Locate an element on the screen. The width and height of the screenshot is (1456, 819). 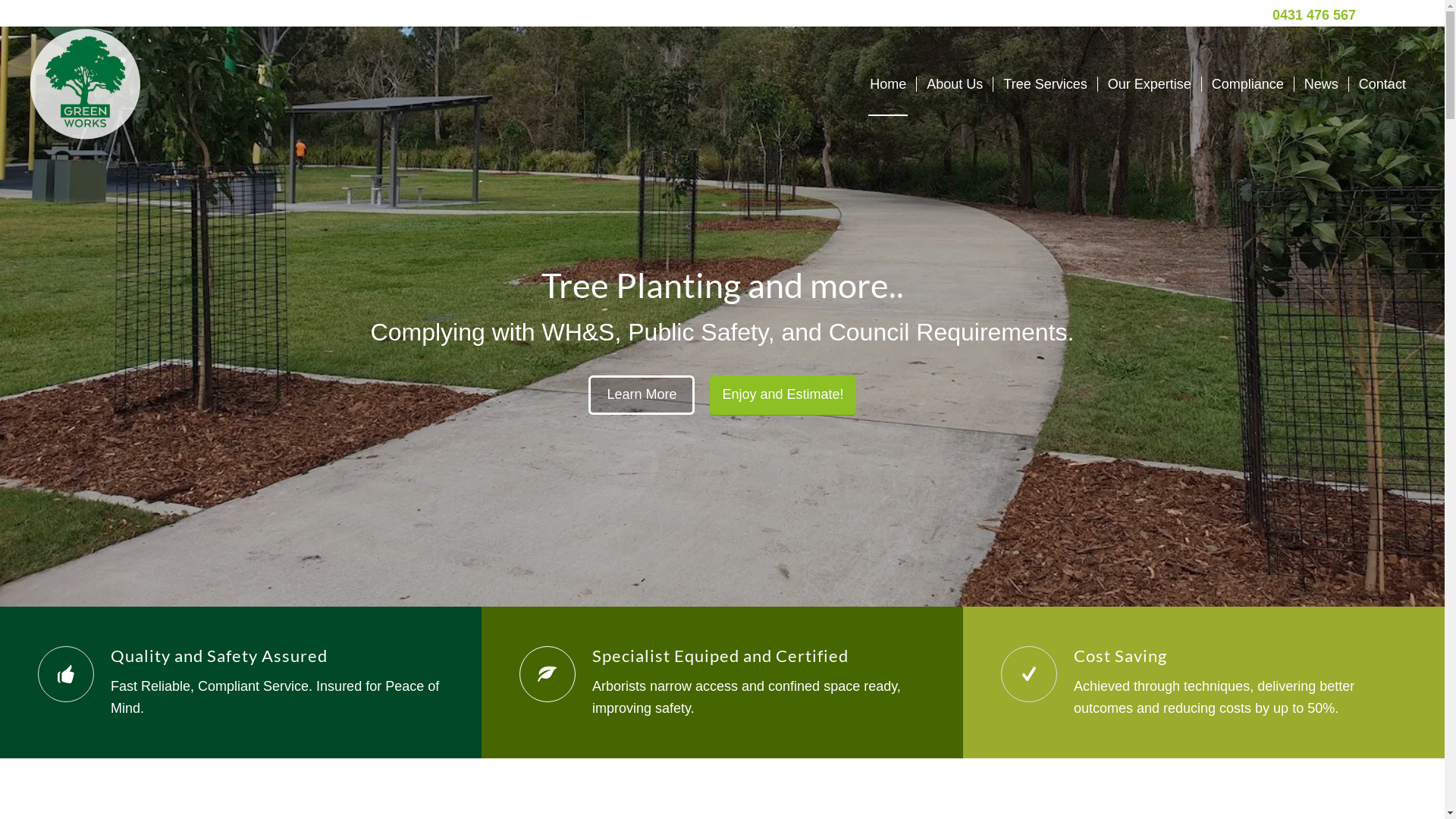
'Quality and Safety Assured' is located at coordinates (109, 654).